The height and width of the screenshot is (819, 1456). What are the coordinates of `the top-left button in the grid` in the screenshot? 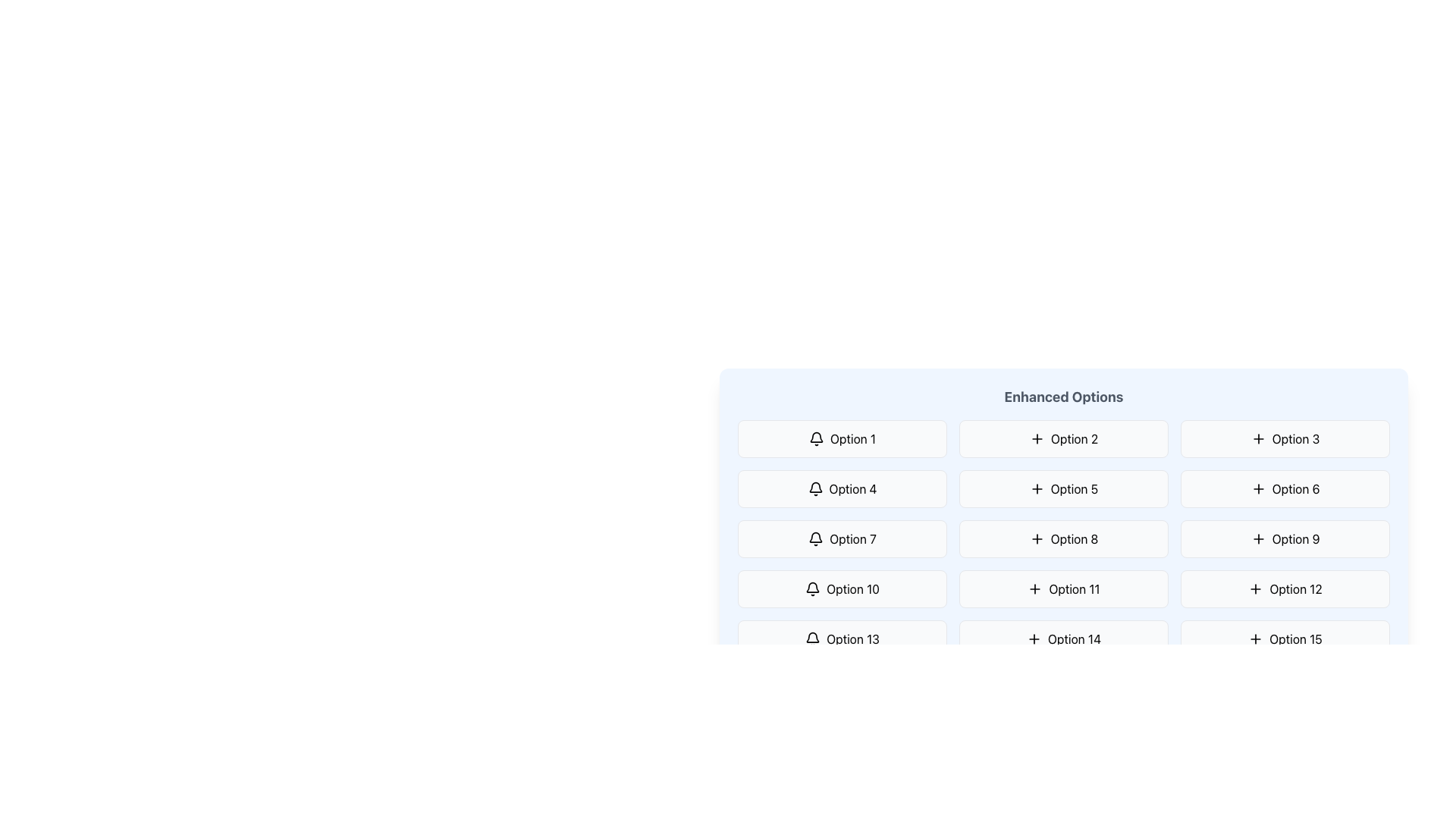 It's located at (841, 438).